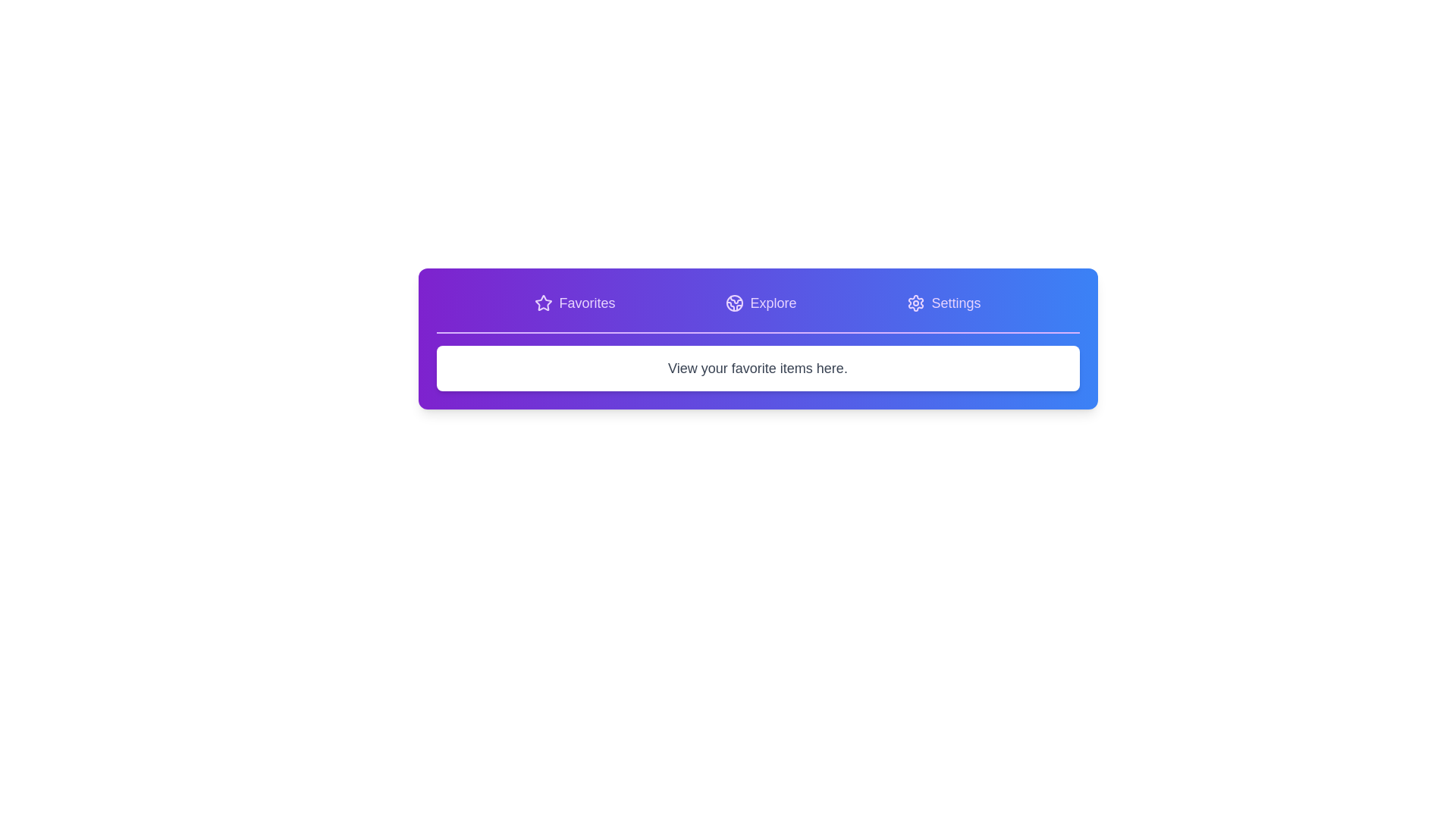  What do you see at coordinates (761, 303) in the screenshot?
I see `the Explore tab to view its content` at bounding box center [761, 303].